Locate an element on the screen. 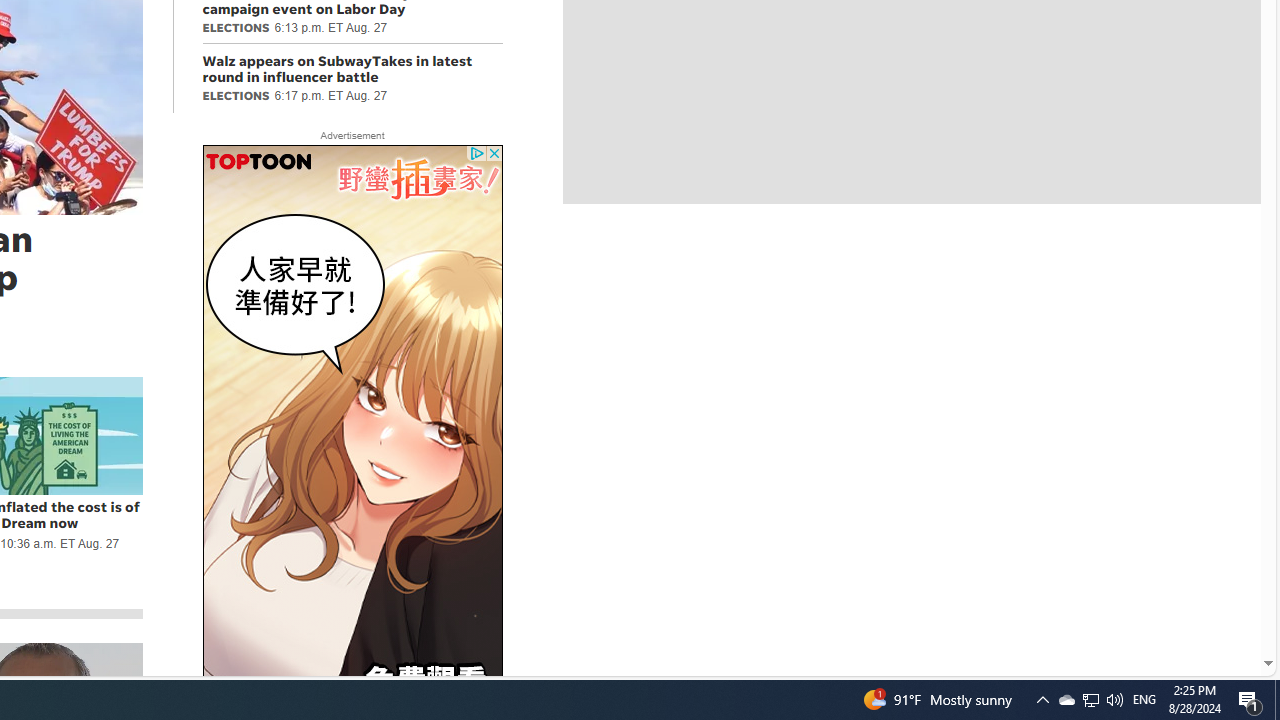  'Class: privacy_out' is located at coordinates (475, 152).